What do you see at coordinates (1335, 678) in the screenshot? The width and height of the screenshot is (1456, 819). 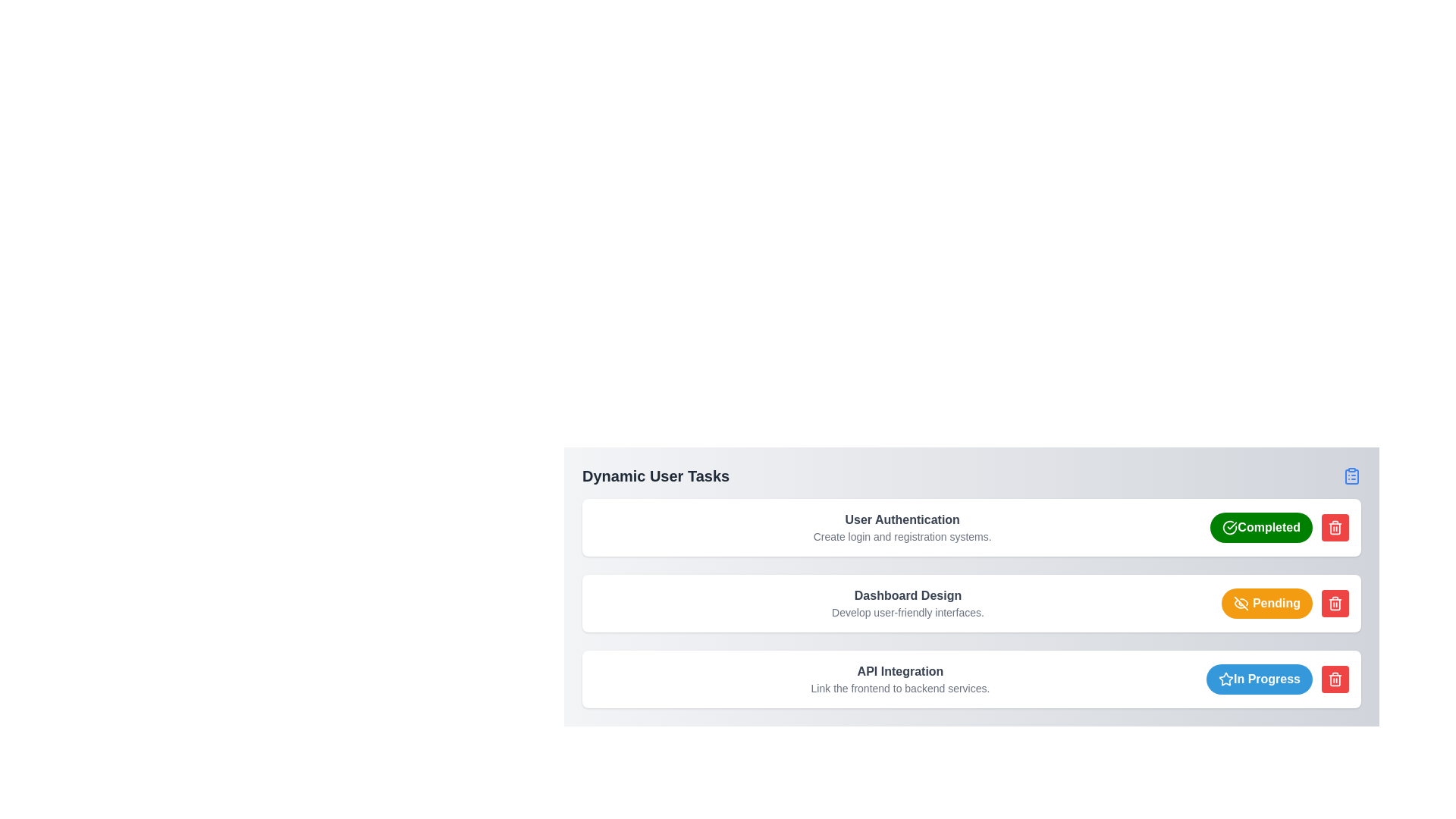 I see `the delete icon within the red circular button located to the right of the 'Dashboard Design' list item in the 'Dynamic User Tasks' section to potentially reveal additional context` at bounding box center [1335, 678].